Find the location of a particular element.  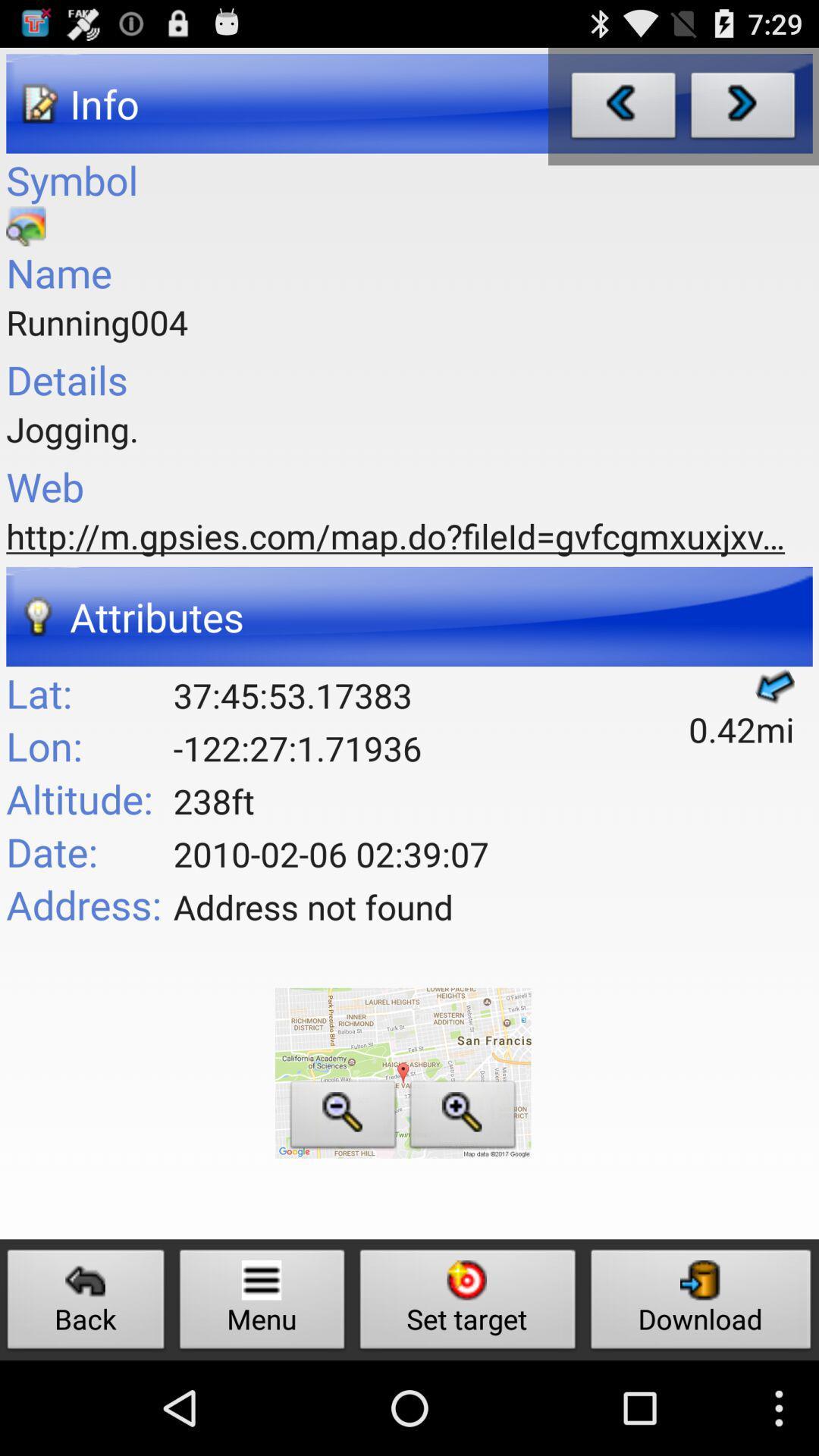

the back icon is located at coordinates (86, 1303).